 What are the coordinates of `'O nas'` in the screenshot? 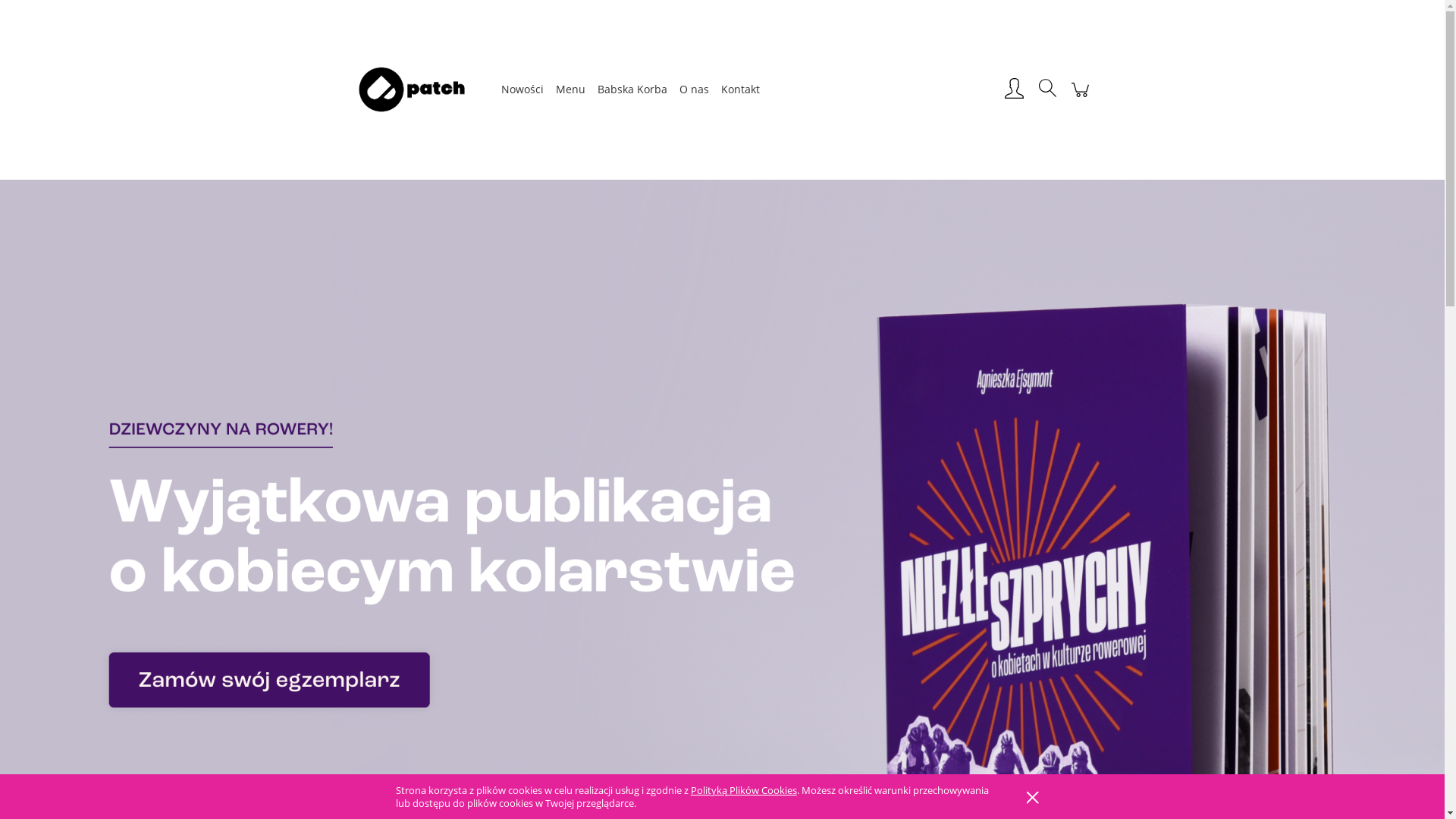 It's located at (673, 89).